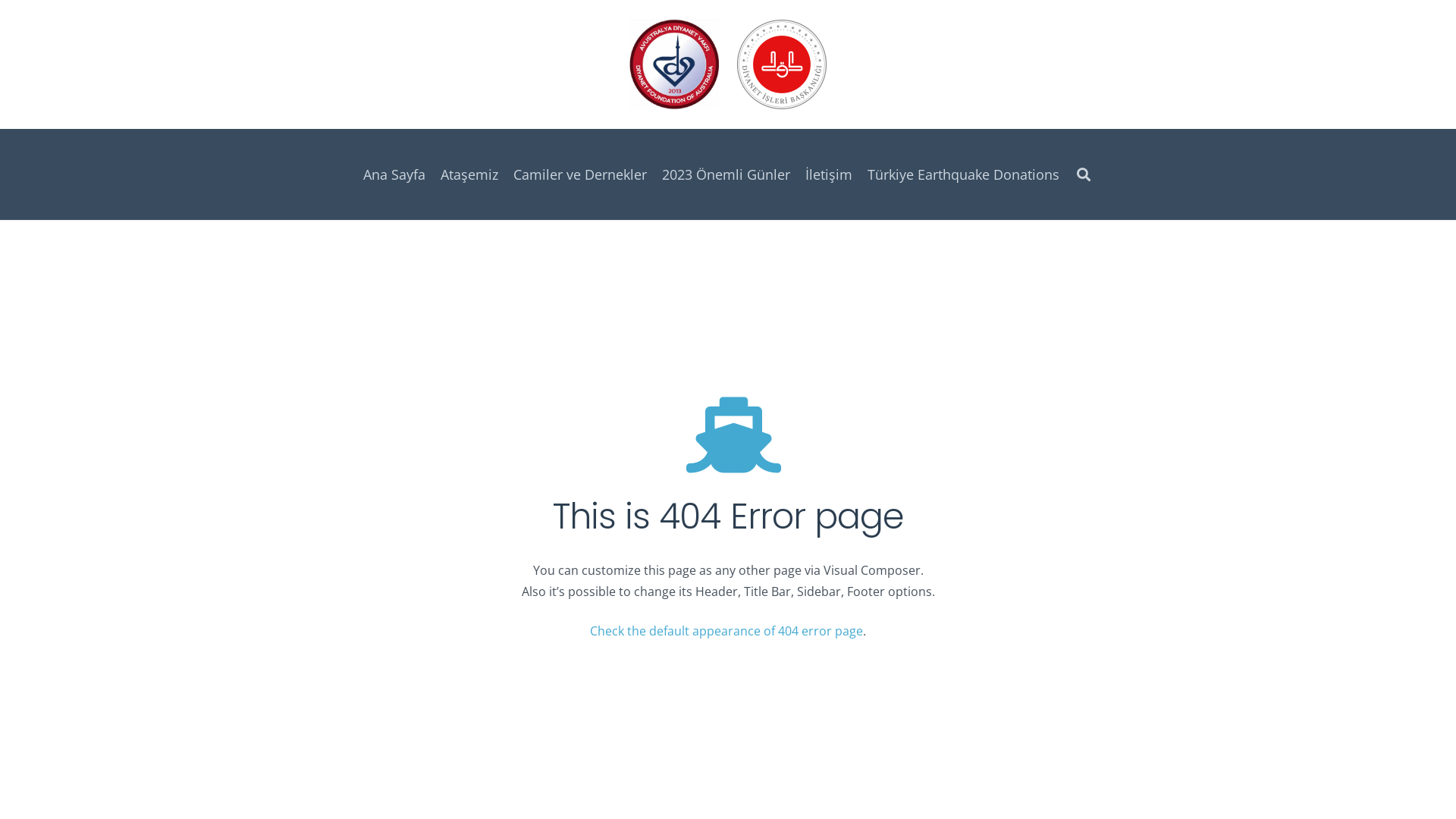  Describe the element at coordinates (506, 174) in the screenshot. I see `'Camiler ve Dernekler'` at that location.